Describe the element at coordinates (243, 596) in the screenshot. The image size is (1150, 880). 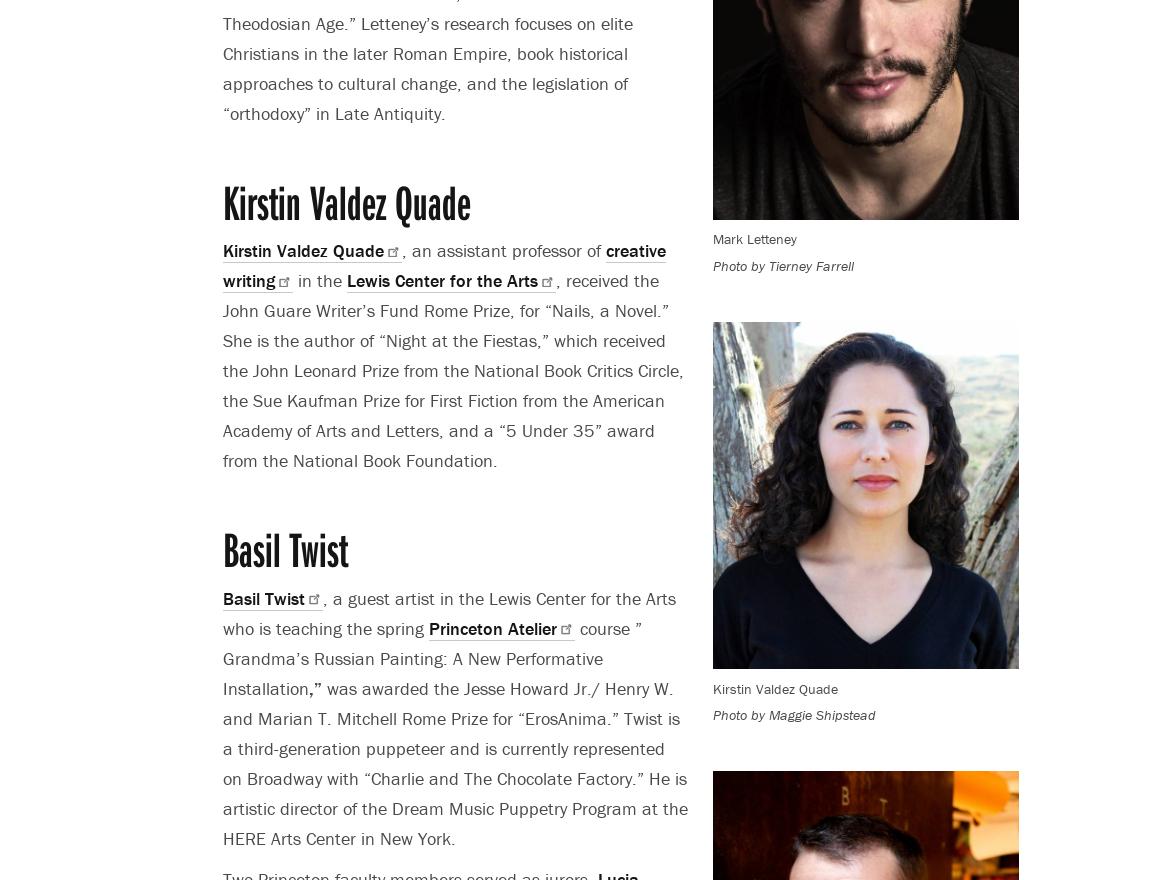
I see `'Basil'` at that location.